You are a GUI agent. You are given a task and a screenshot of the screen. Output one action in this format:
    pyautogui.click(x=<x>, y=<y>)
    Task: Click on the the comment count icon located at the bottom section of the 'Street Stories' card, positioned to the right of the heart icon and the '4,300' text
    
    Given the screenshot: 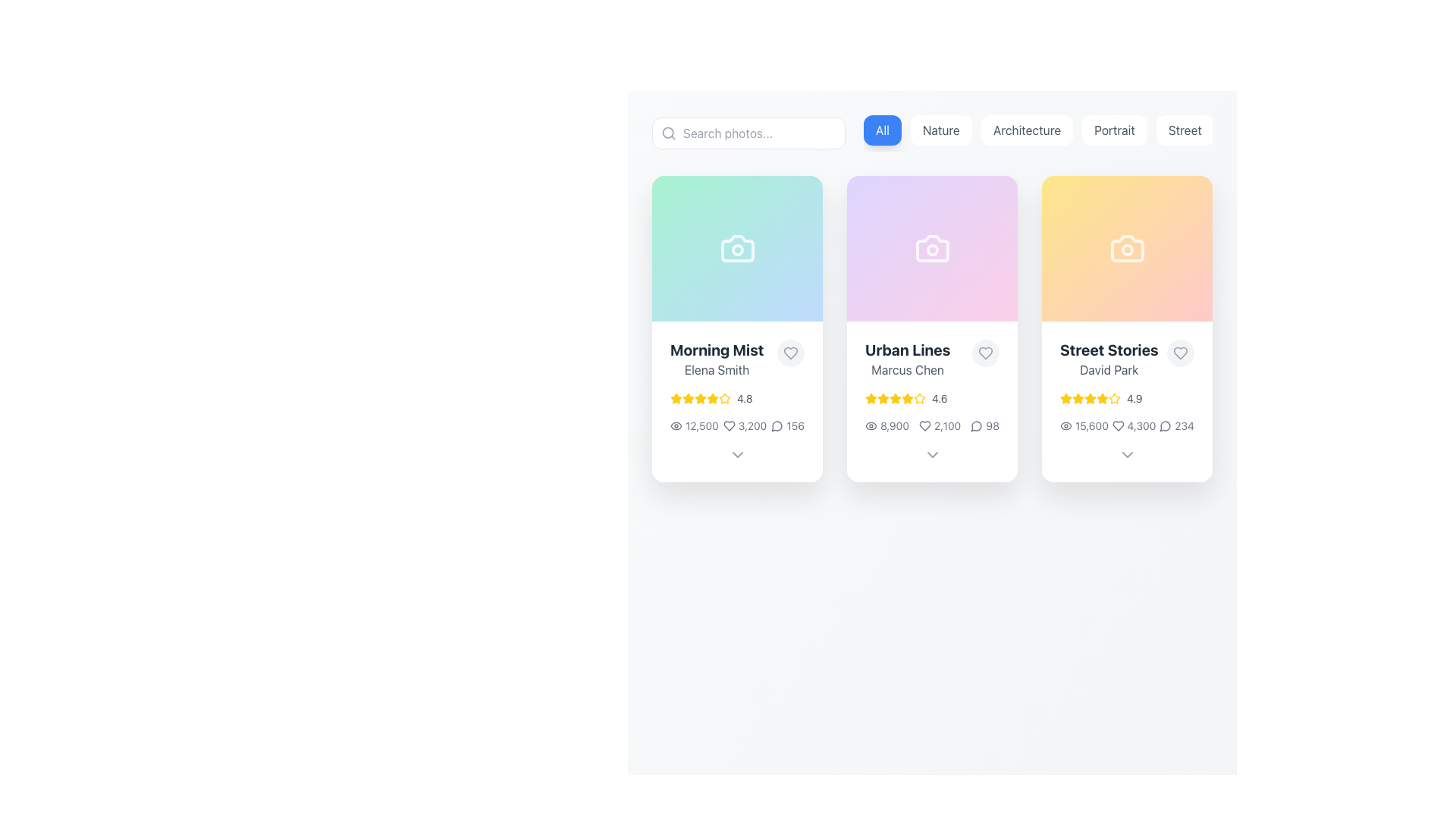 What is the action you would take?
    pyautogui.click(x=1165, y=426)
    